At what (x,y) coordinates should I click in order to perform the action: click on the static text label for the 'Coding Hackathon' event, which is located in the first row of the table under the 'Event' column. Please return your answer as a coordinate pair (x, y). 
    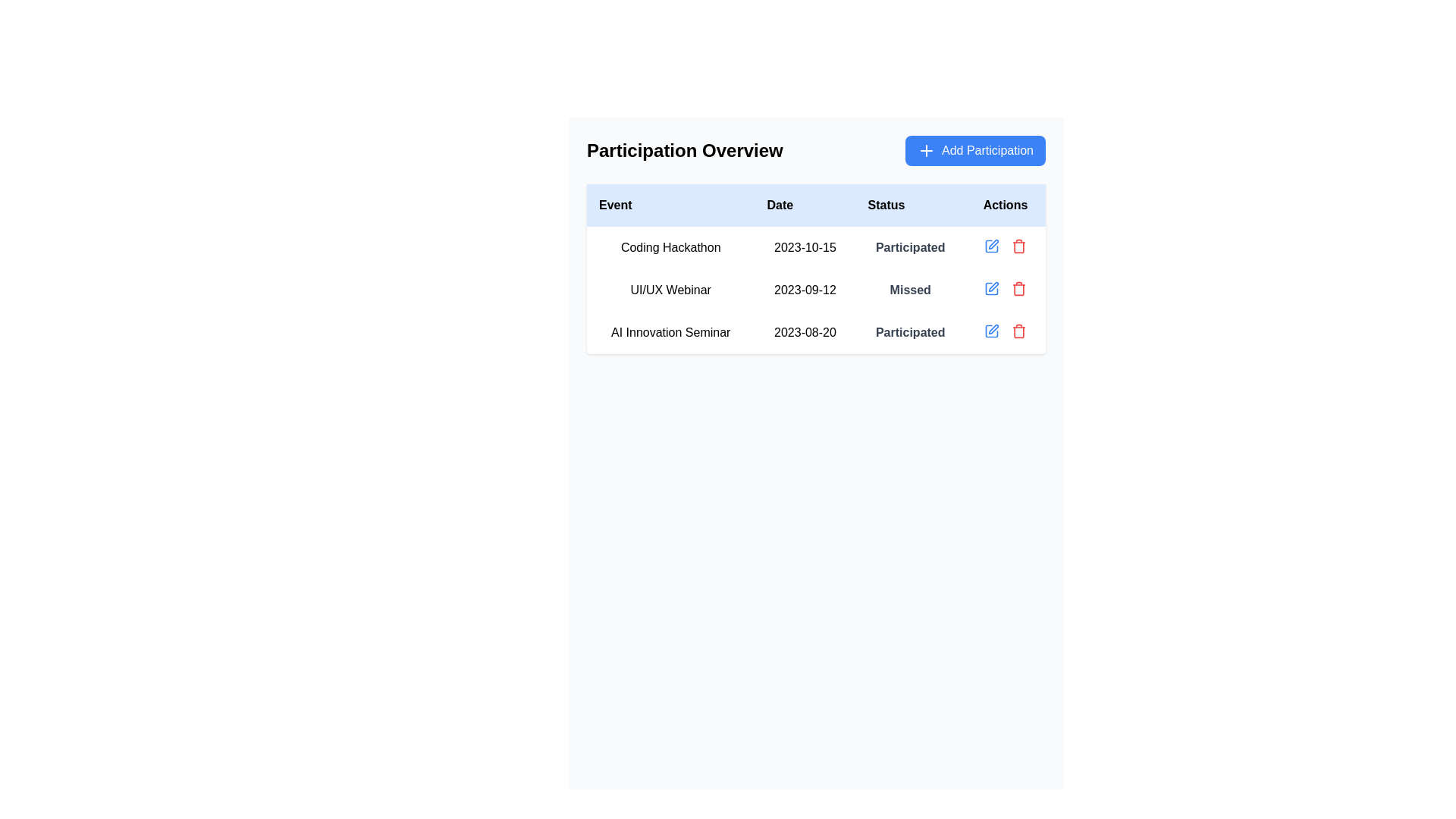
    Looking at the image, I should click on (670, 247).